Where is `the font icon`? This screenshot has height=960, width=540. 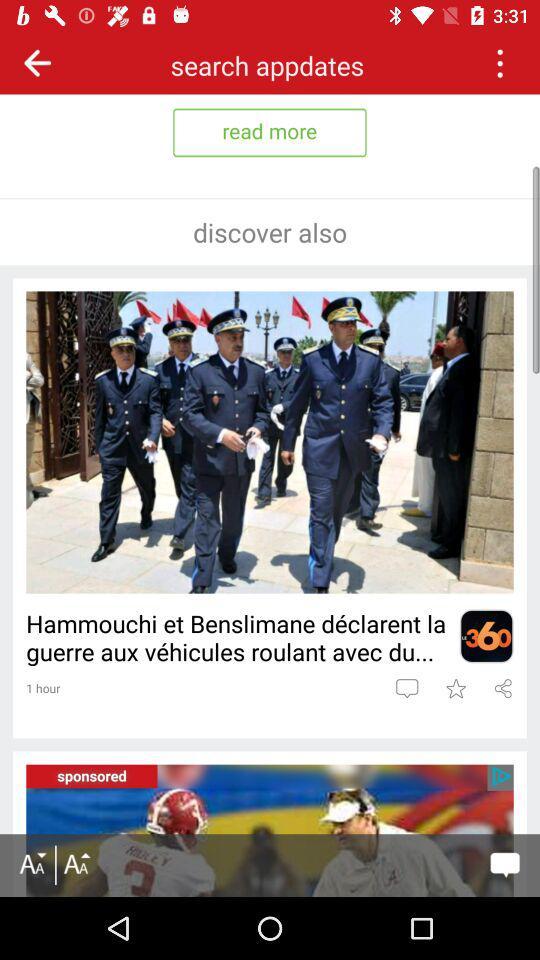 the font icon is located at coordinates (75, 864).